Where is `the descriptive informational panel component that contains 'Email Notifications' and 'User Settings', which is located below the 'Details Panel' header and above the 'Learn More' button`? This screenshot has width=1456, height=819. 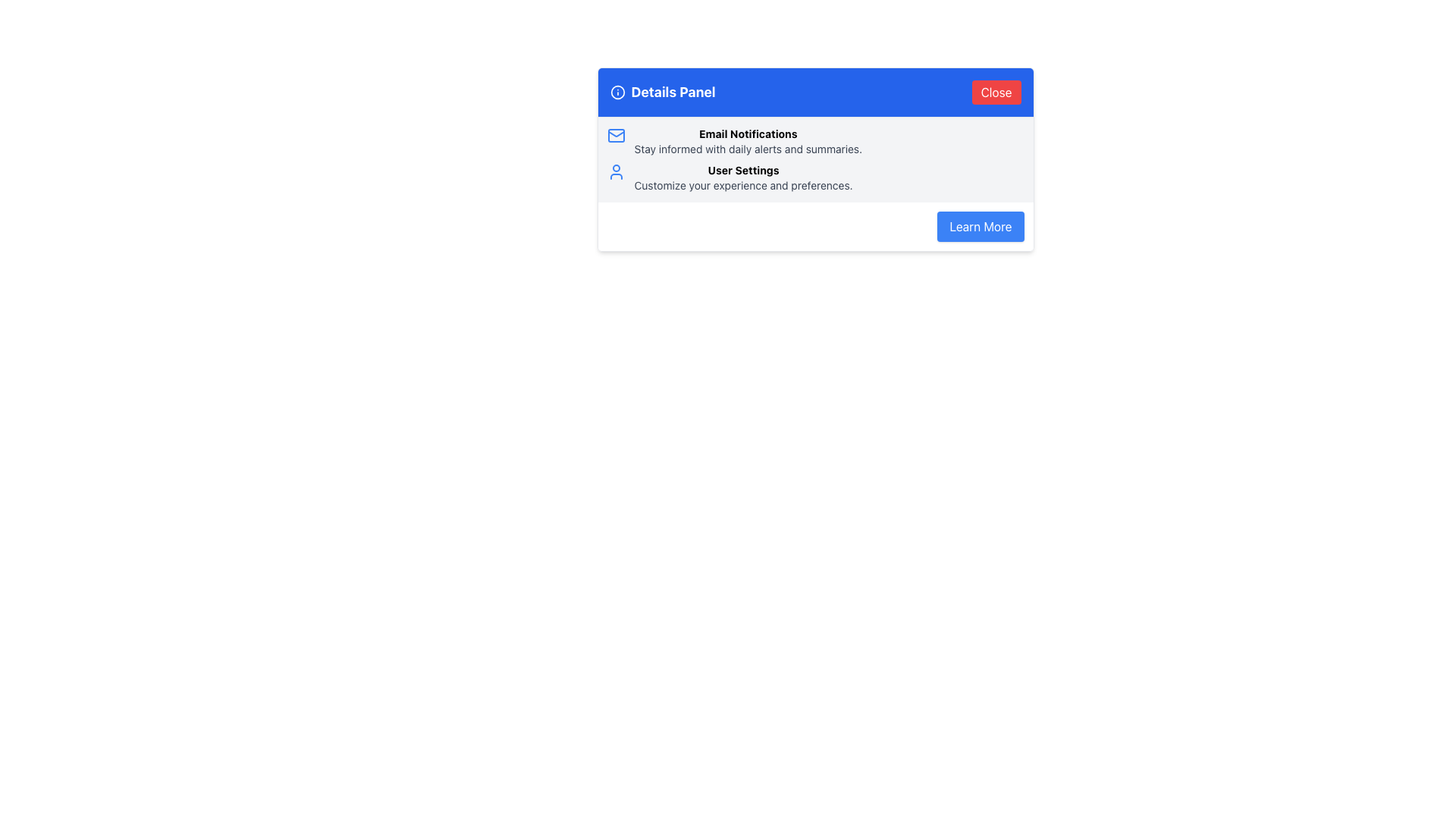 the descriptive informational panel component that contains 'Email Notifications' and 'User Settings', which is located below the 'Details Panel' header and above the 'Learn More' button is located at coordinates (814, 159).